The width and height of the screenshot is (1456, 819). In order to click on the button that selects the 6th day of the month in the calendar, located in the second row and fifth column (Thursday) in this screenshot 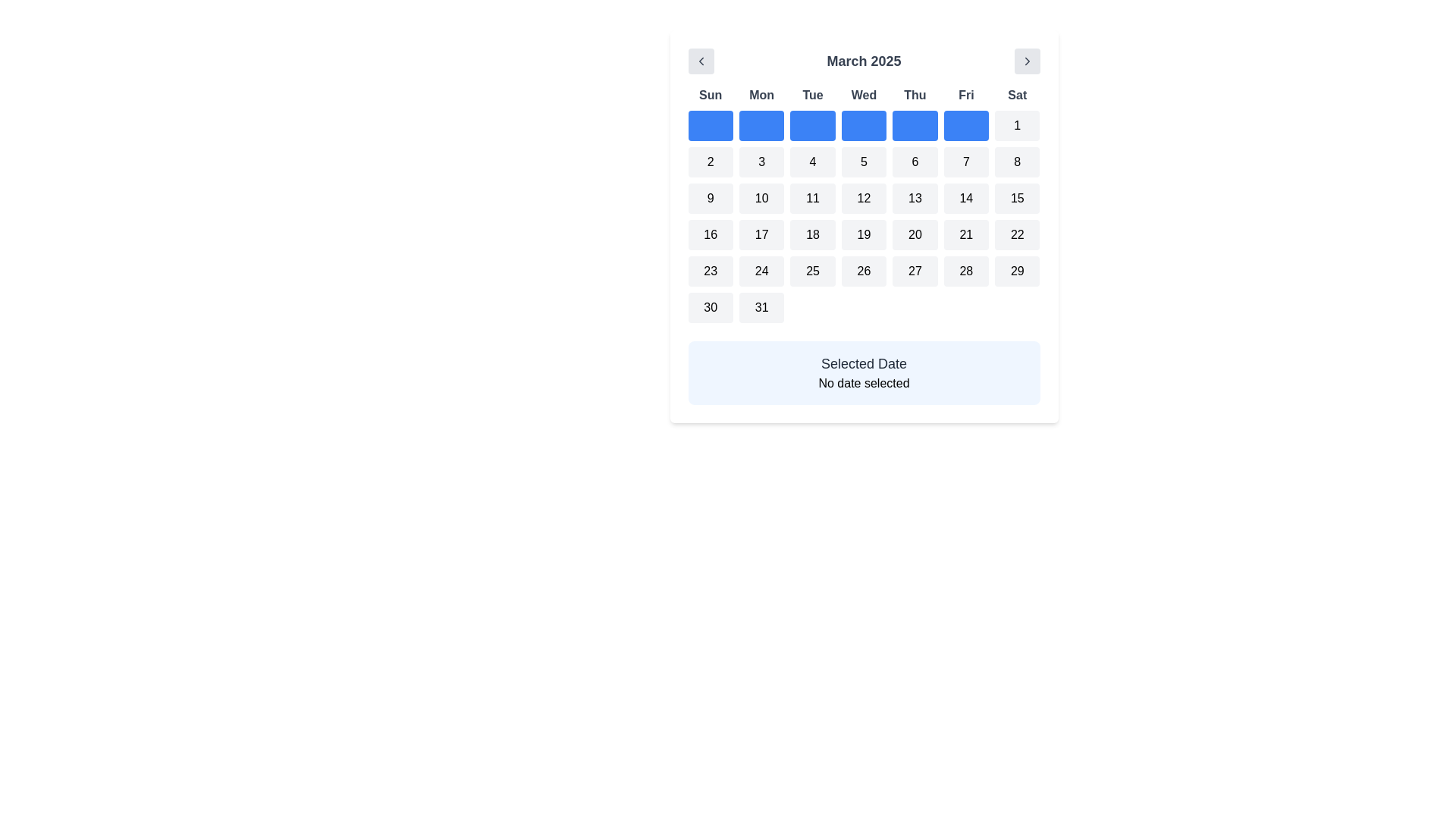, I will do `click(914, 162)`.